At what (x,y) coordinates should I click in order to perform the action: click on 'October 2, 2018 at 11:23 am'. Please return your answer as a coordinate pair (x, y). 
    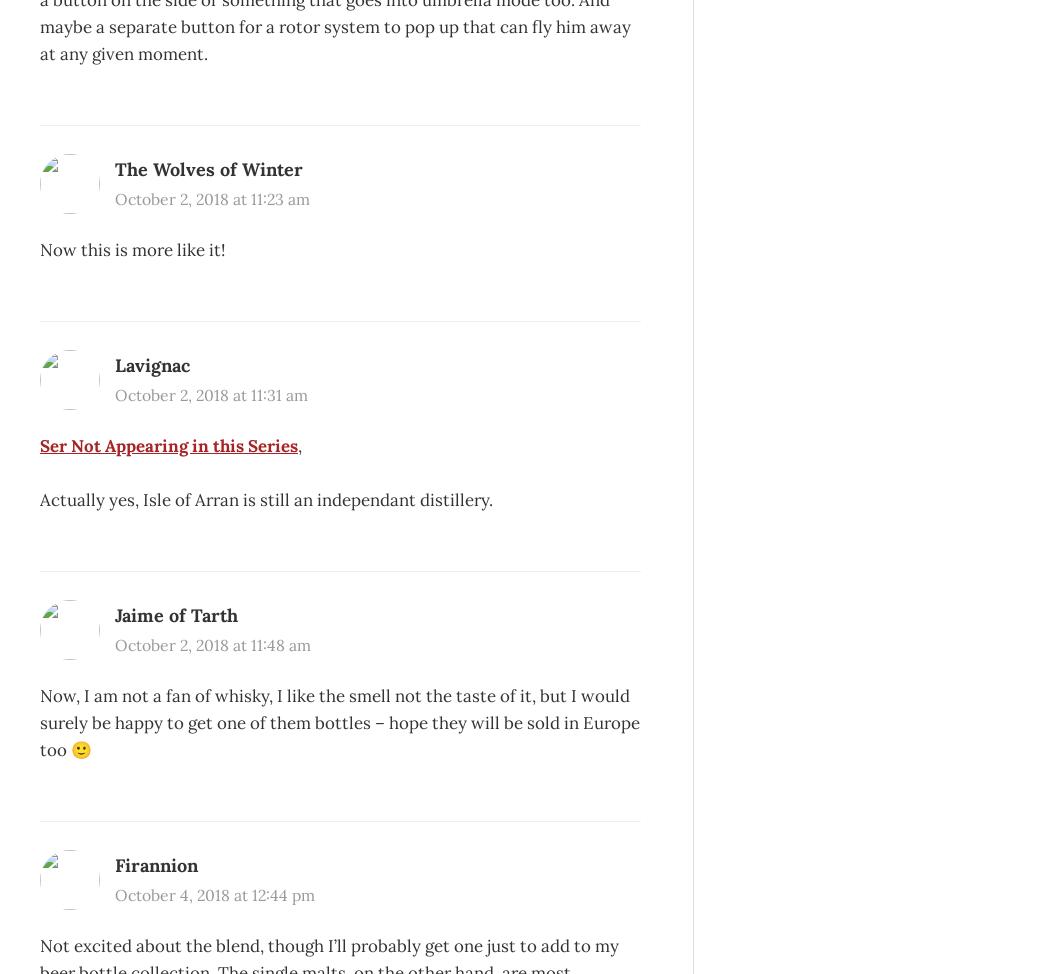
    Looking at the image, I should click on (211, 198).